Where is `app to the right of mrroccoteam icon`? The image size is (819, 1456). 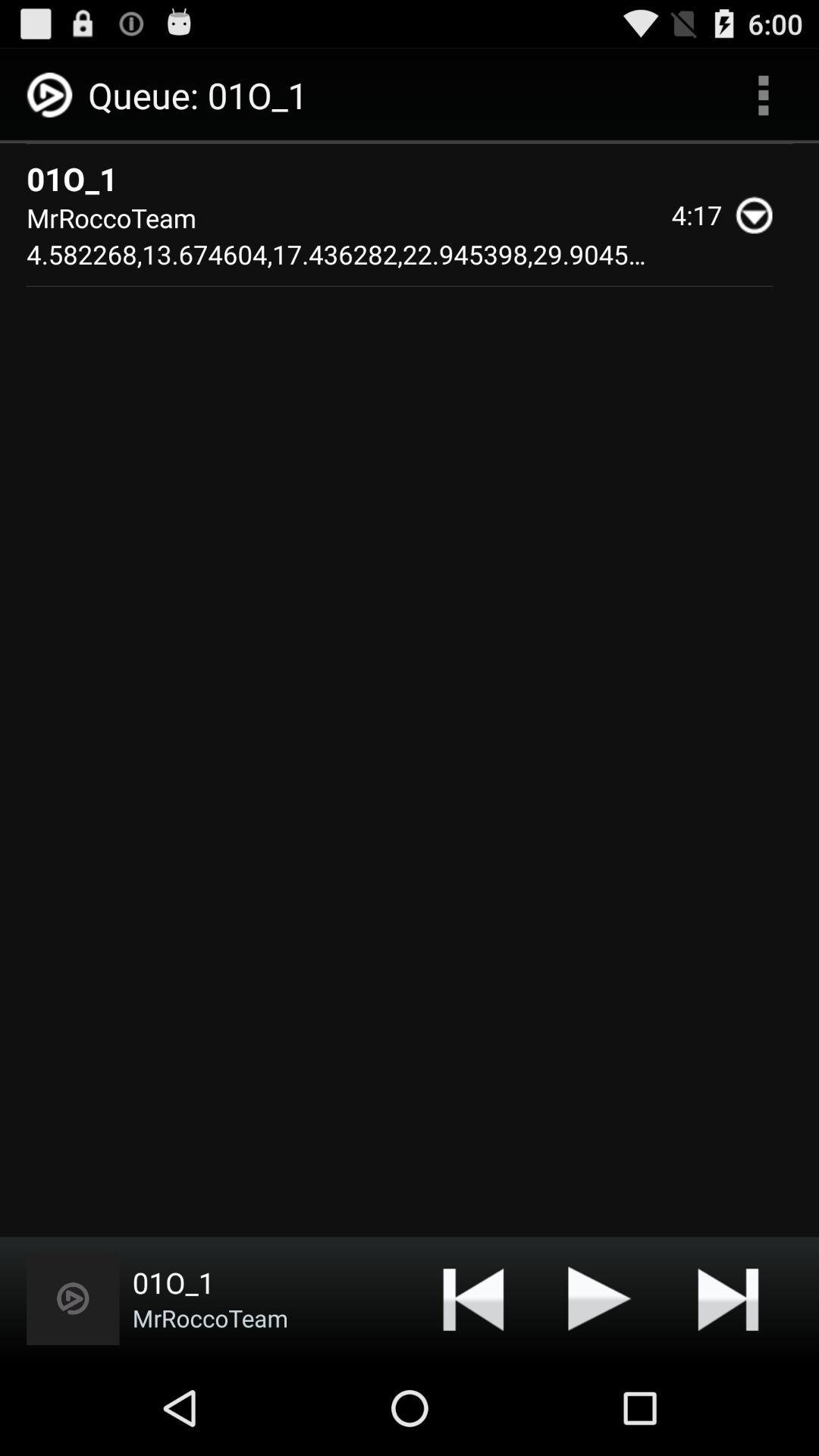 app to the right of mrroccoteam icon is located at coordinates (472, 1298).